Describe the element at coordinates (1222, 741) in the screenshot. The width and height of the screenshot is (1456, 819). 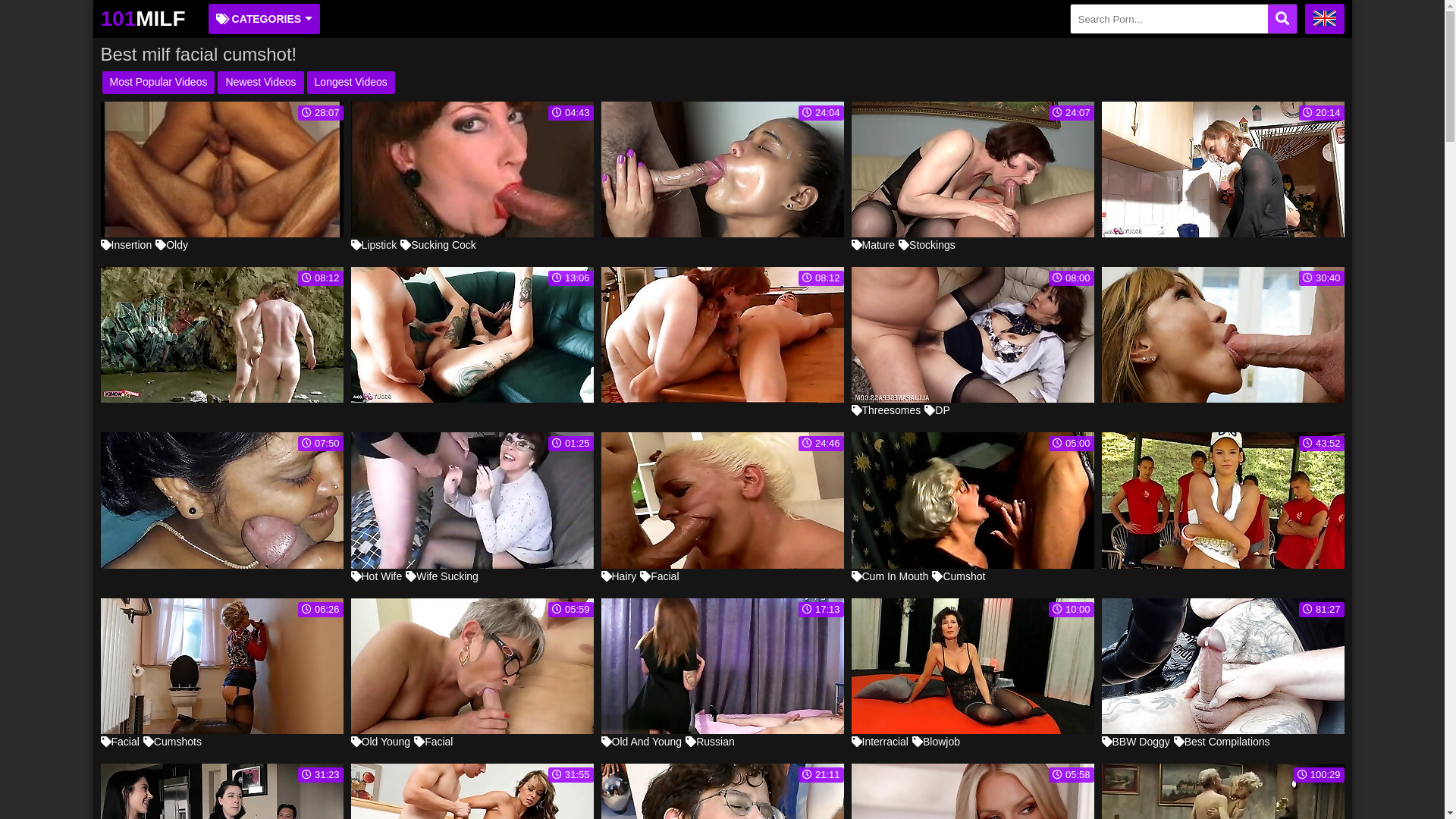
I see `'Best Compilations'` at that location.